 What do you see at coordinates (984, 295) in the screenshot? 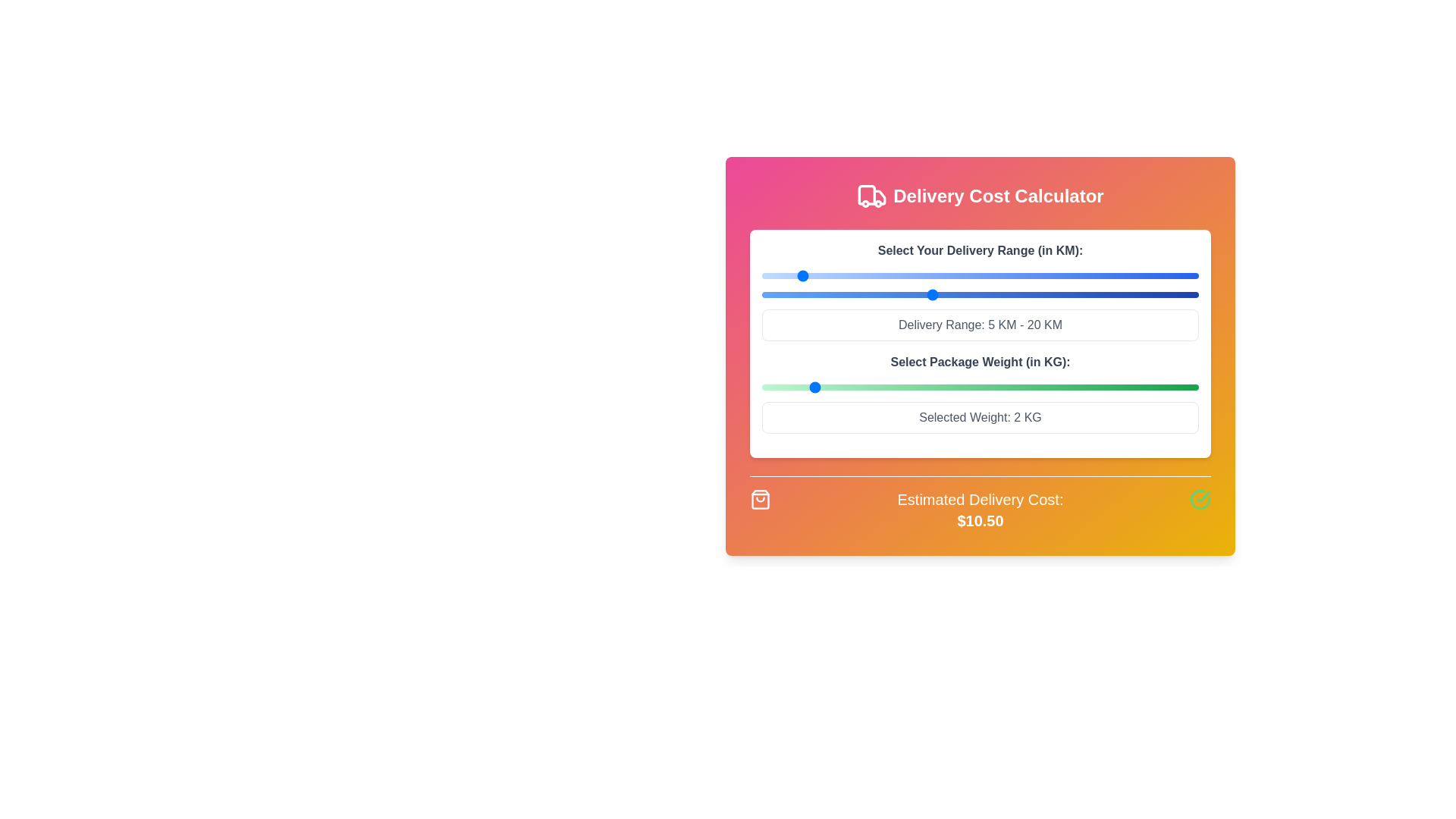
I see `delivery range` at bounding box center [984, 295].